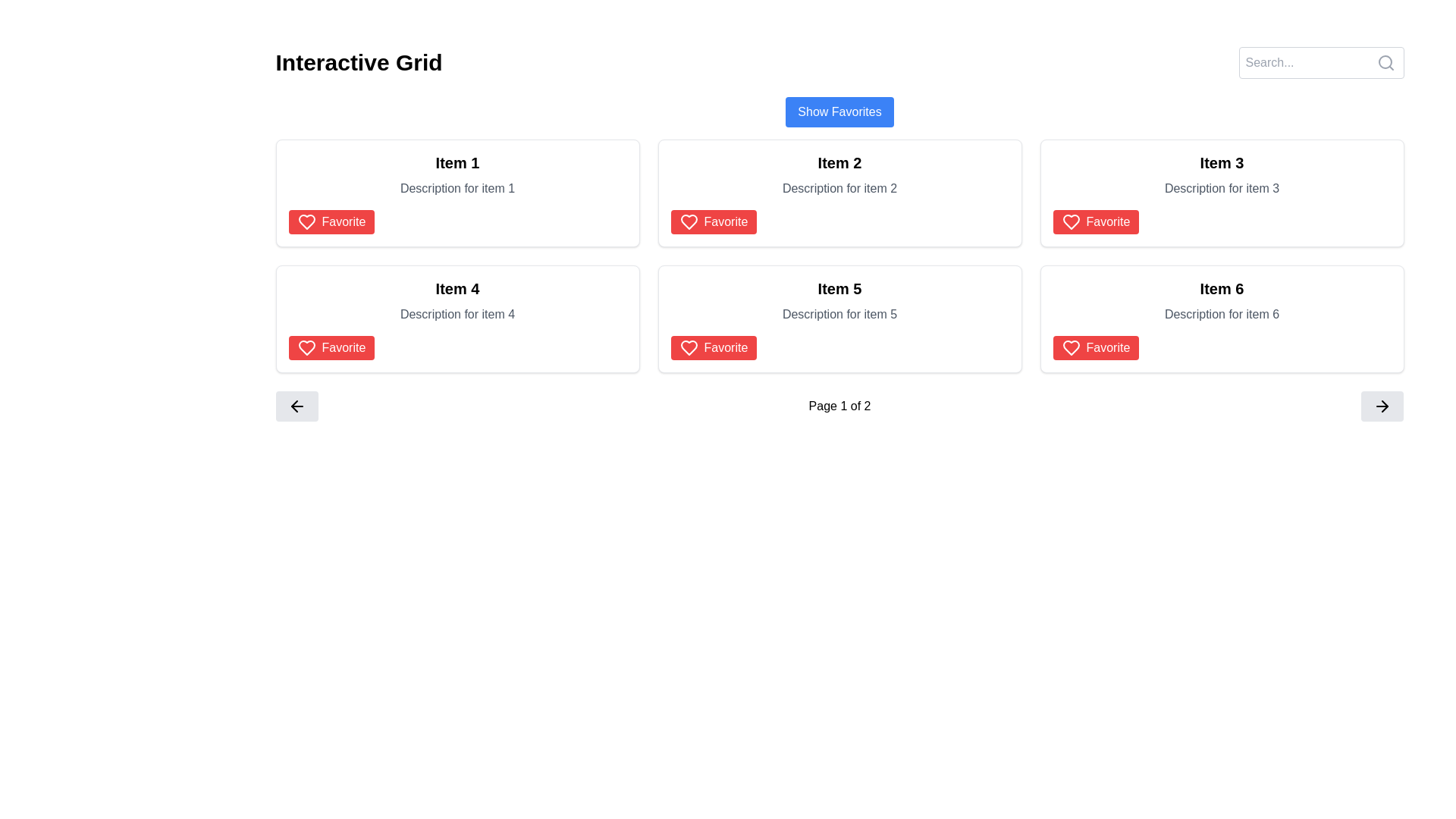  Describe the element at coordinates (1096, 348) in the screenshot. I see `the 'Favorite' button, which is a vibrant red rectangular button with a heart icon and white text, located in the lower section of card 'Item 6'` at that location.